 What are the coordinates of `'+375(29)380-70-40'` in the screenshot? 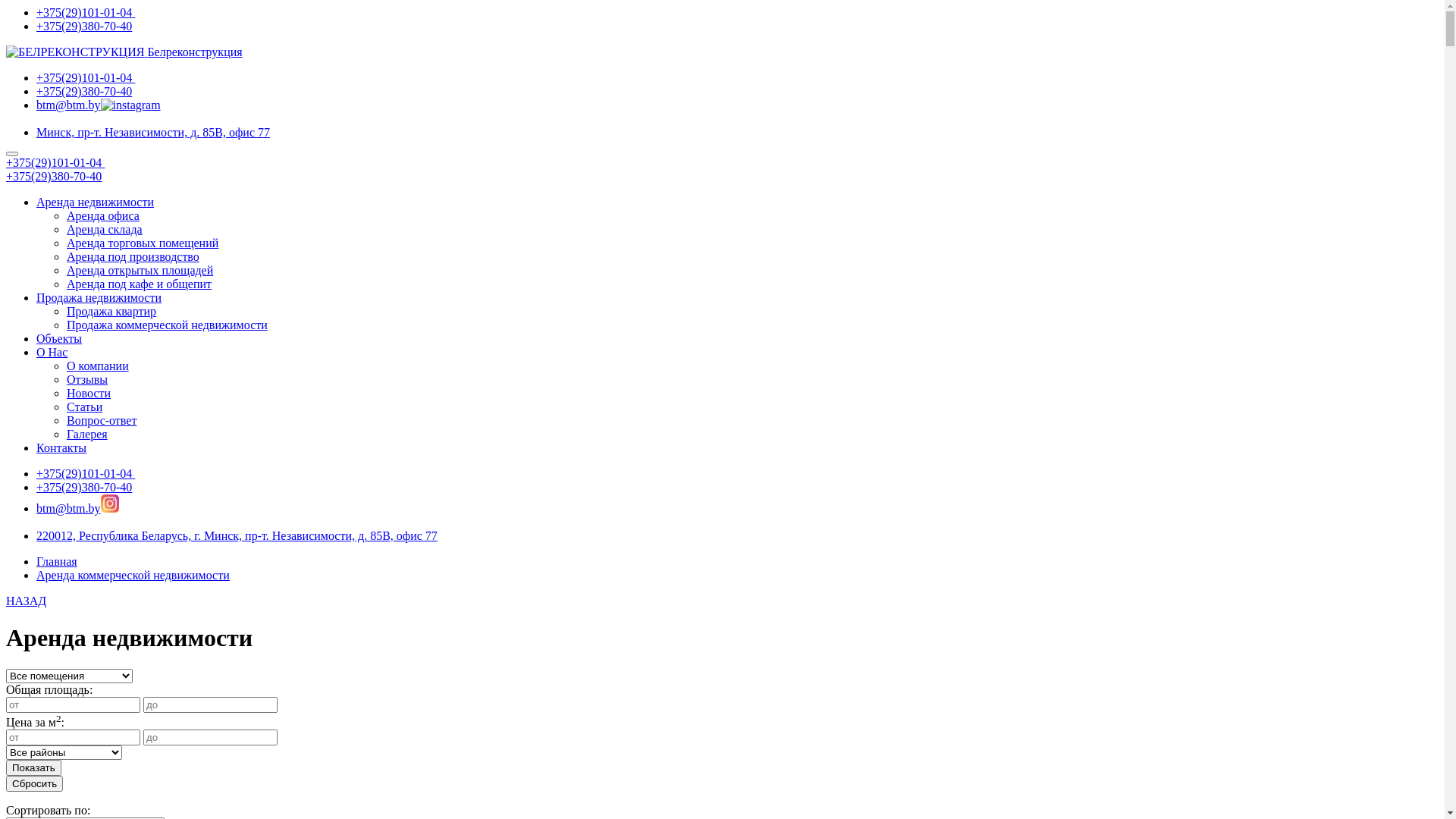 It's located at (36, 91).